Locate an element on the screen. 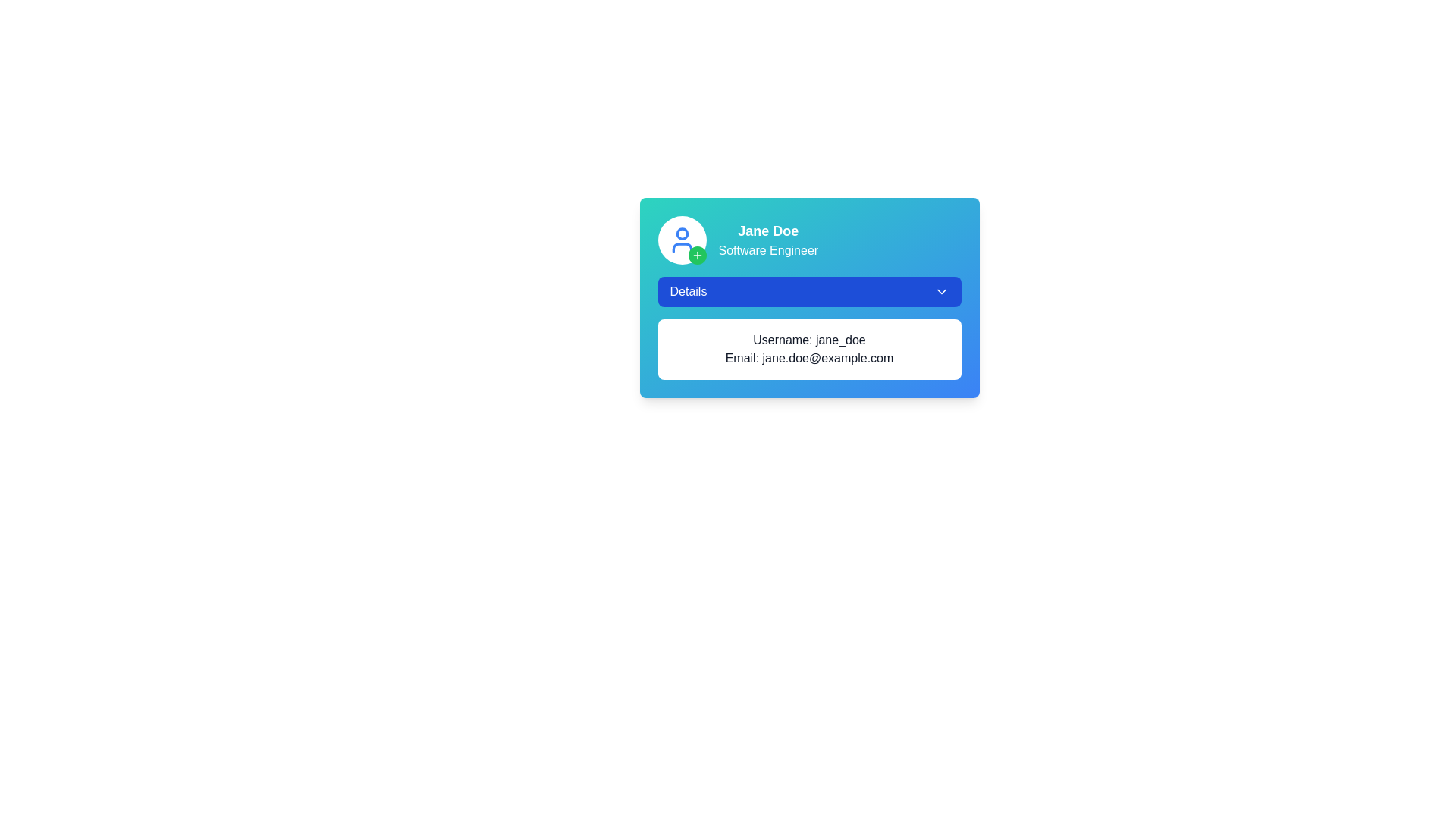 This screenshot has height=819, width=1456. the circular green icon with a white plus sign located in the bottom-right corner of the profile picture is located at coordinates (696, 254).